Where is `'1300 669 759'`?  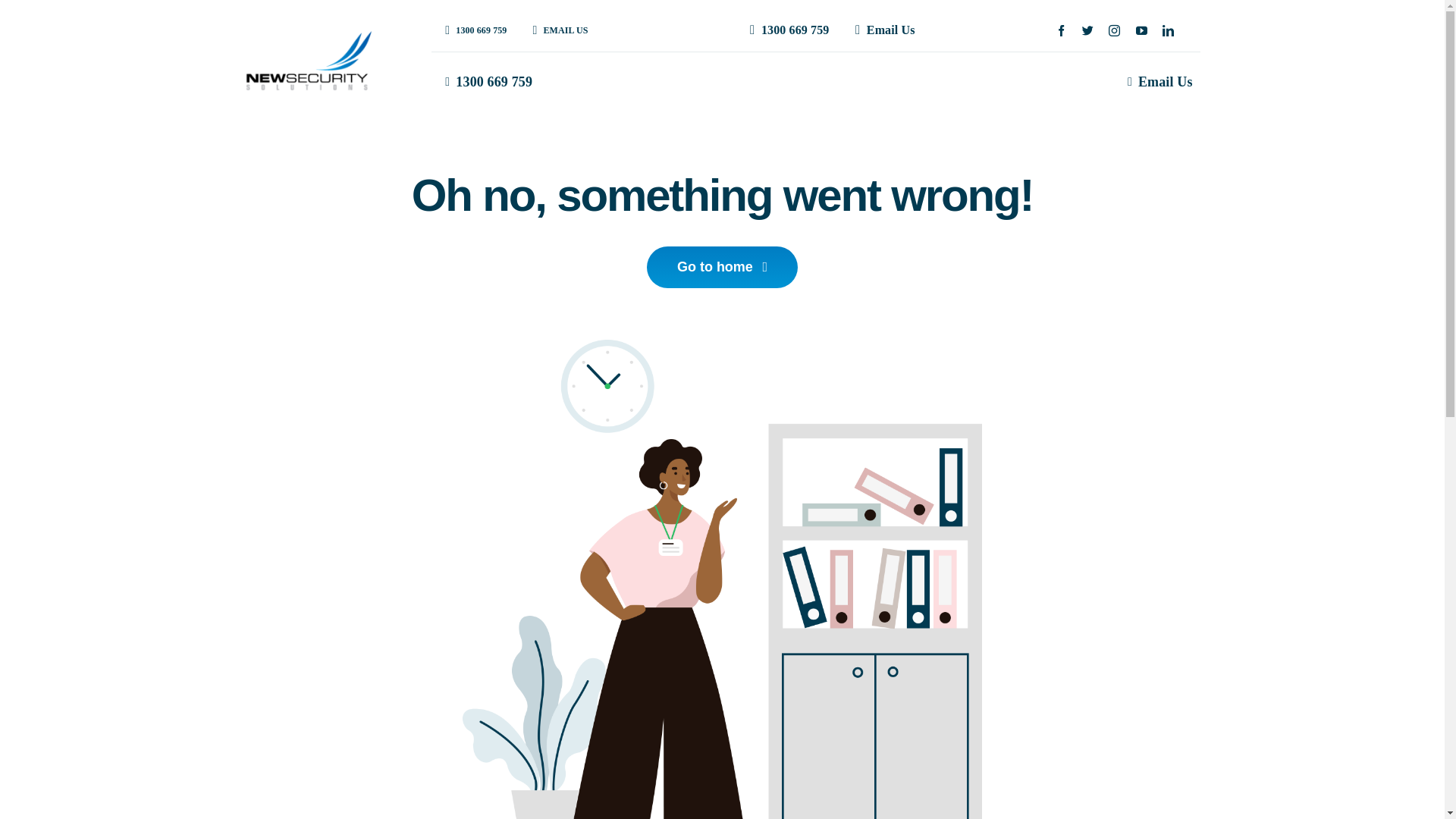
'1300 669 759' is located at coordinates (472, 30).